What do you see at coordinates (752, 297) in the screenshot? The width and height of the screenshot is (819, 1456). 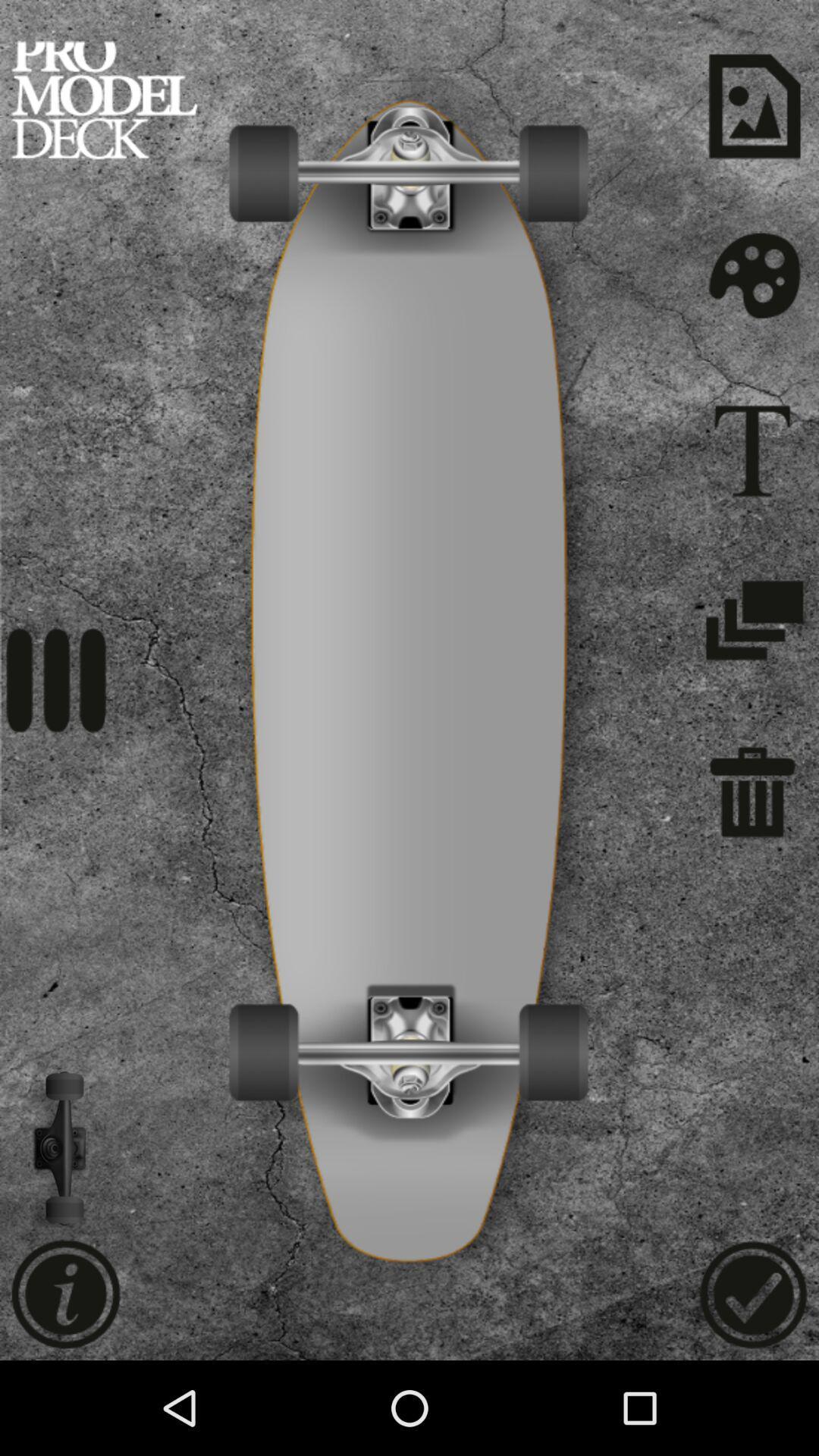 I see `the settings icon` at bounding box center [752, 297].